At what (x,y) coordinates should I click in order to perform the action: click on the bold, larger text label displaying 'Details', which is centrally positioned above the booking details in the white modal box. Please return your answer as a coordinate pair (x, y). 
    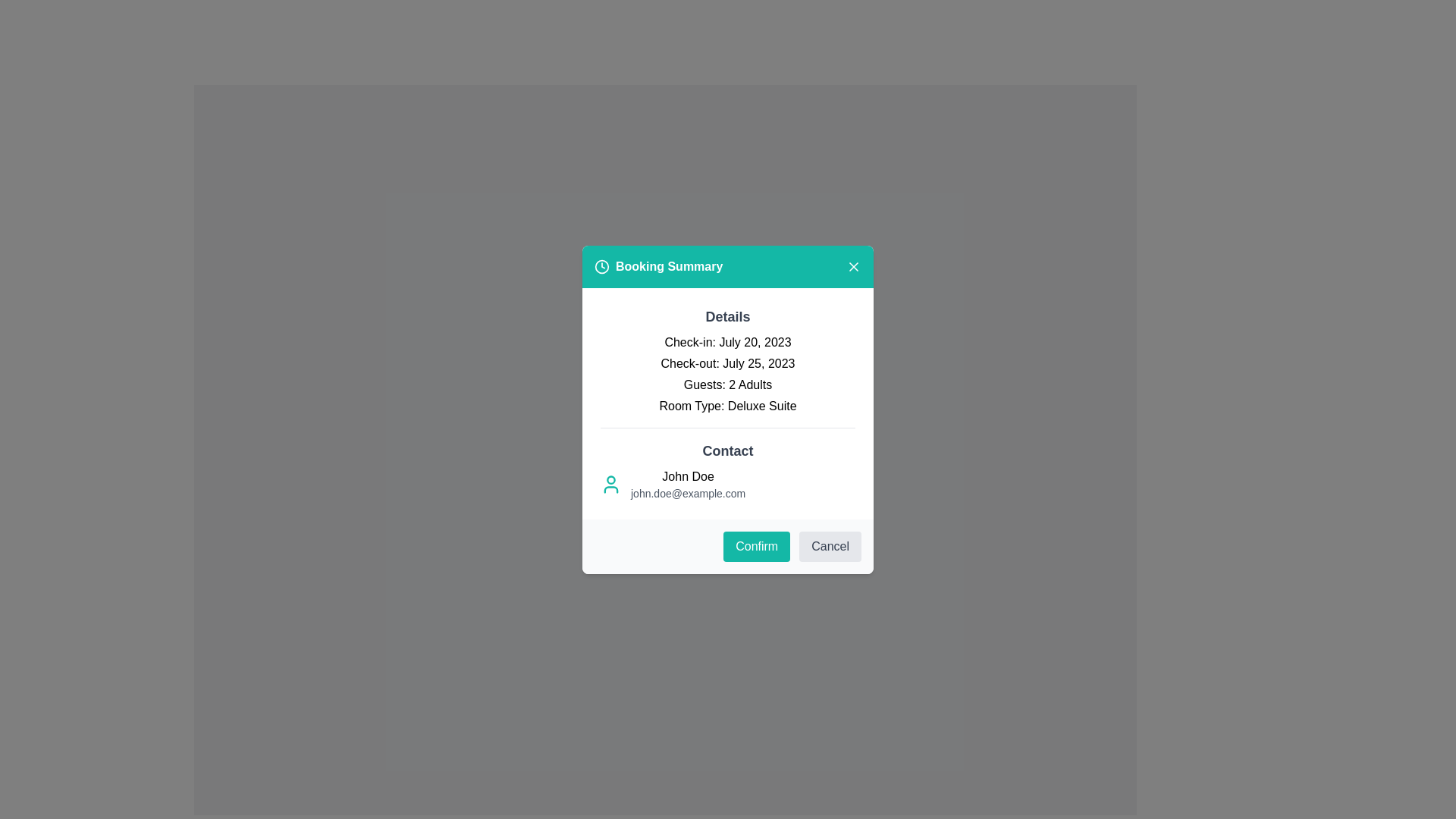
    Looking at the image, I should click on (728, 315).